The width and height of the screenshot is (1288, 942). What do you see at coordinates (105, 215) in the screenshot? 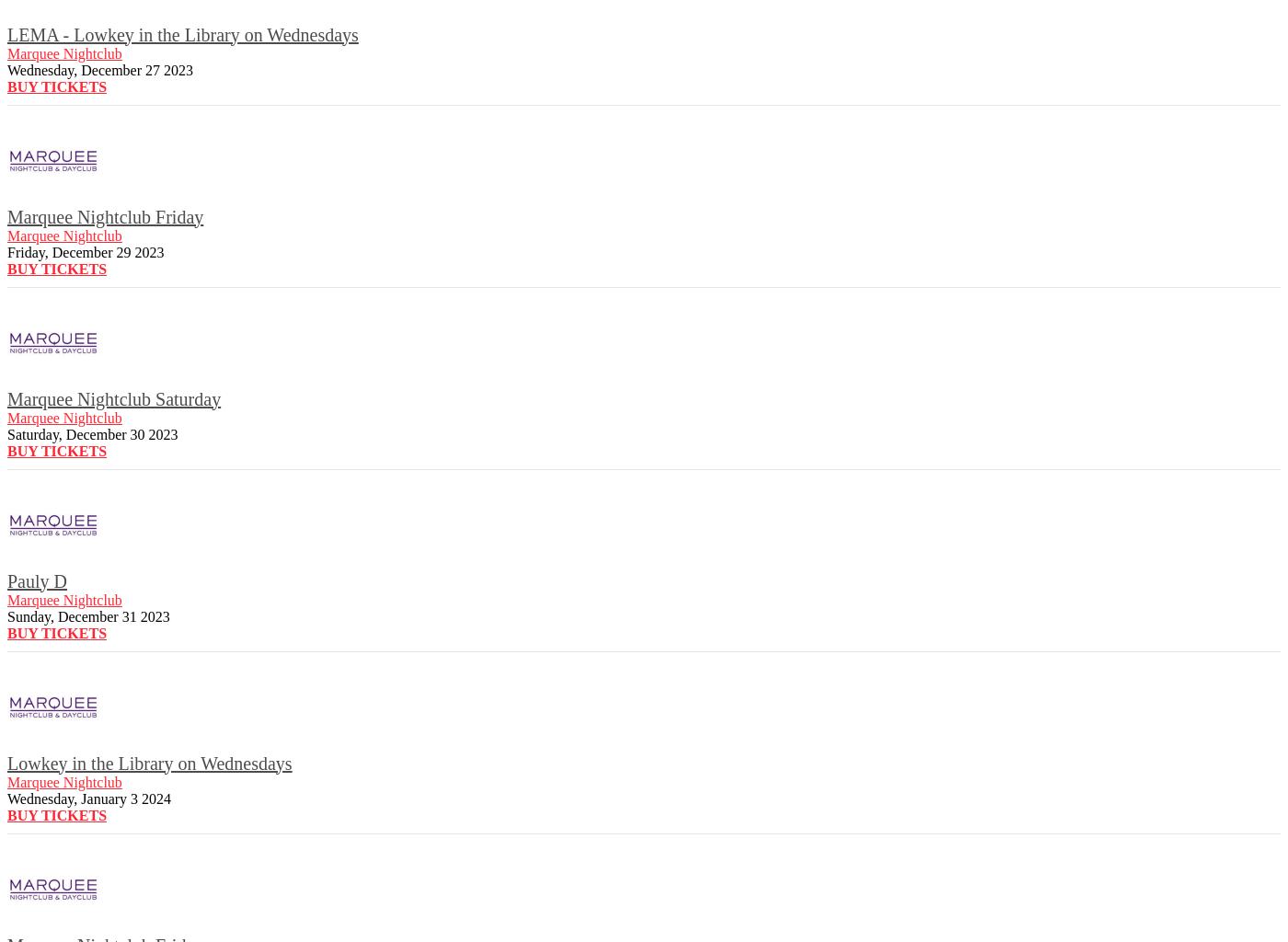
I see `'Marquee Nightclub Friday'` at bounding box center [105, 215].